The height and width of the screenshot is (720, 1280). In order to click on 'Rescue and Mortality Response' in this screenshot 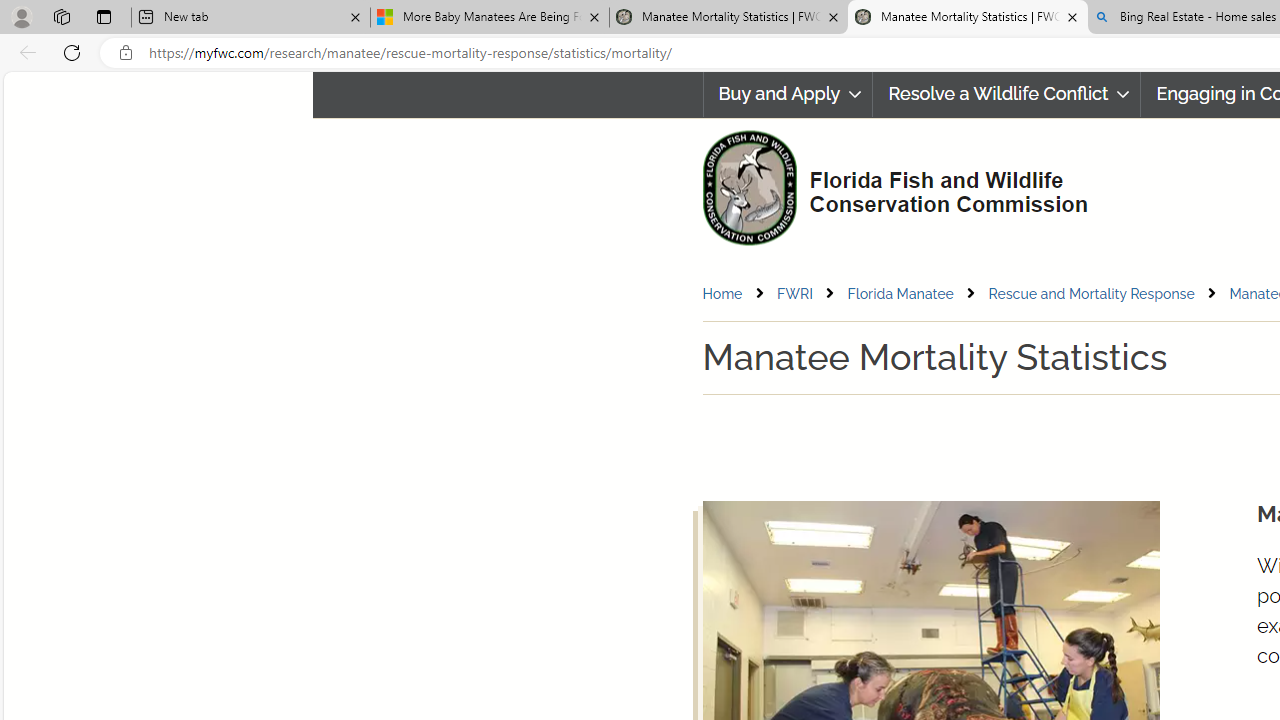, I will do `click(1090, 293)`.